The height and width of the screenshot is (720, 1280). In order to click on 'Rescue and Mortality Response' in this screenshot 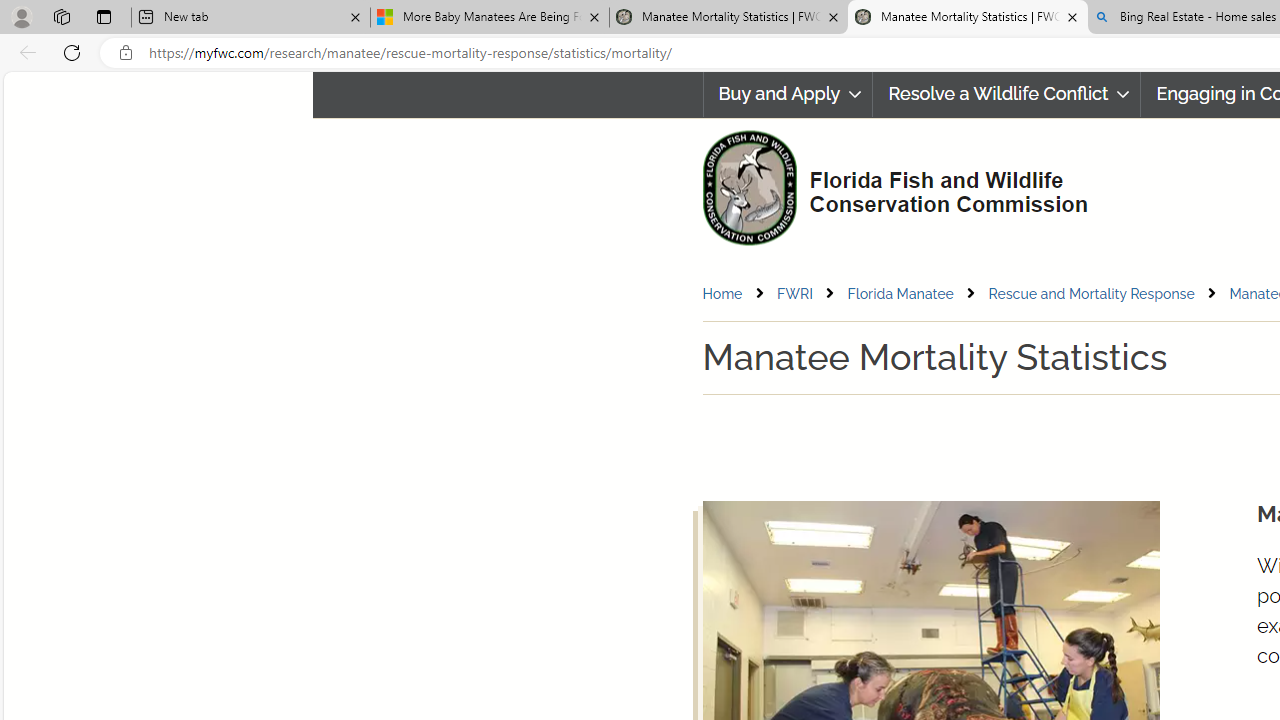, I will do `click(1090, 293)`.